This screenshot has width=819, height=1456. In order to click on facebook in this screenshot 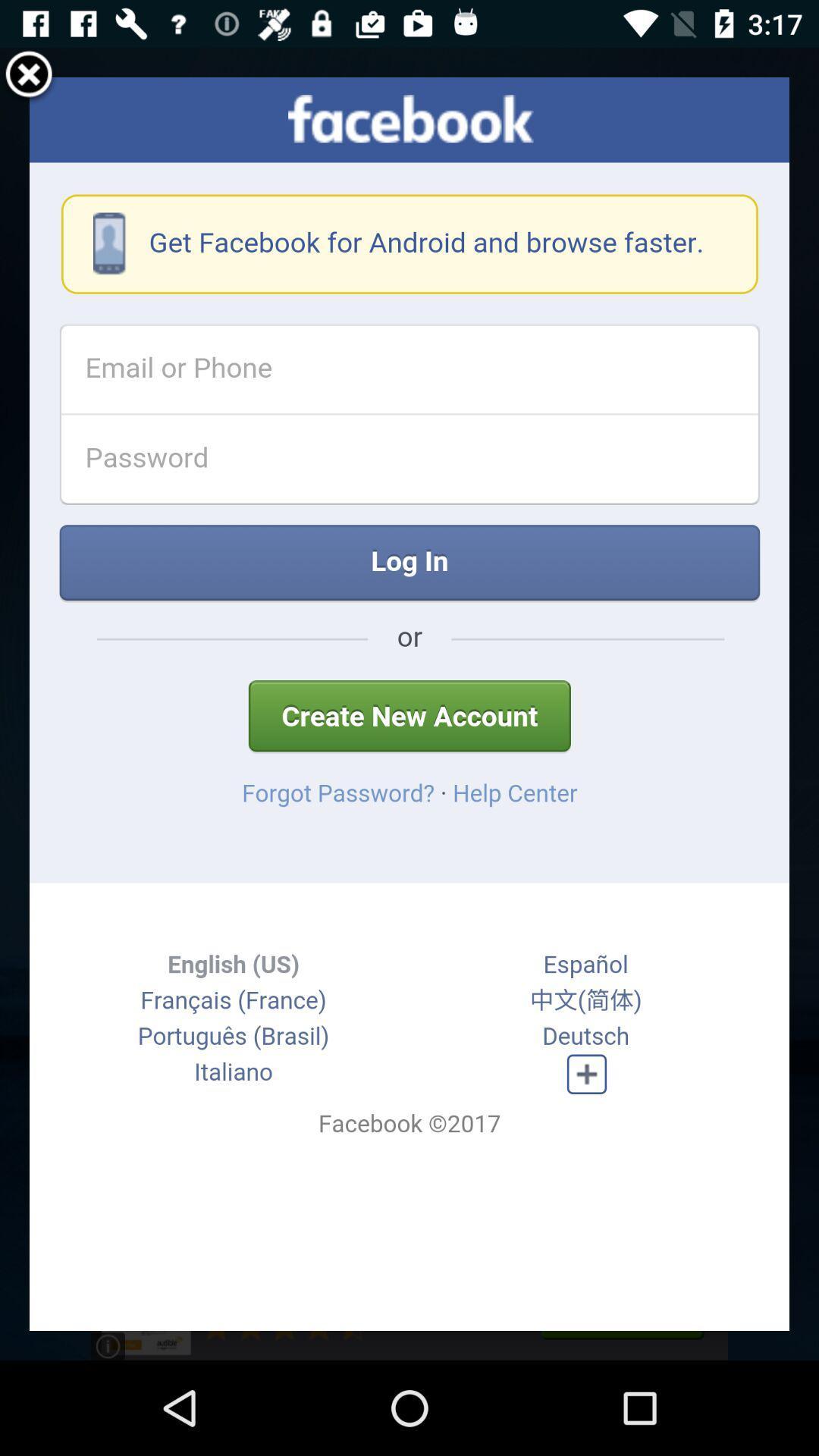, I will do `click(409, 703)`.